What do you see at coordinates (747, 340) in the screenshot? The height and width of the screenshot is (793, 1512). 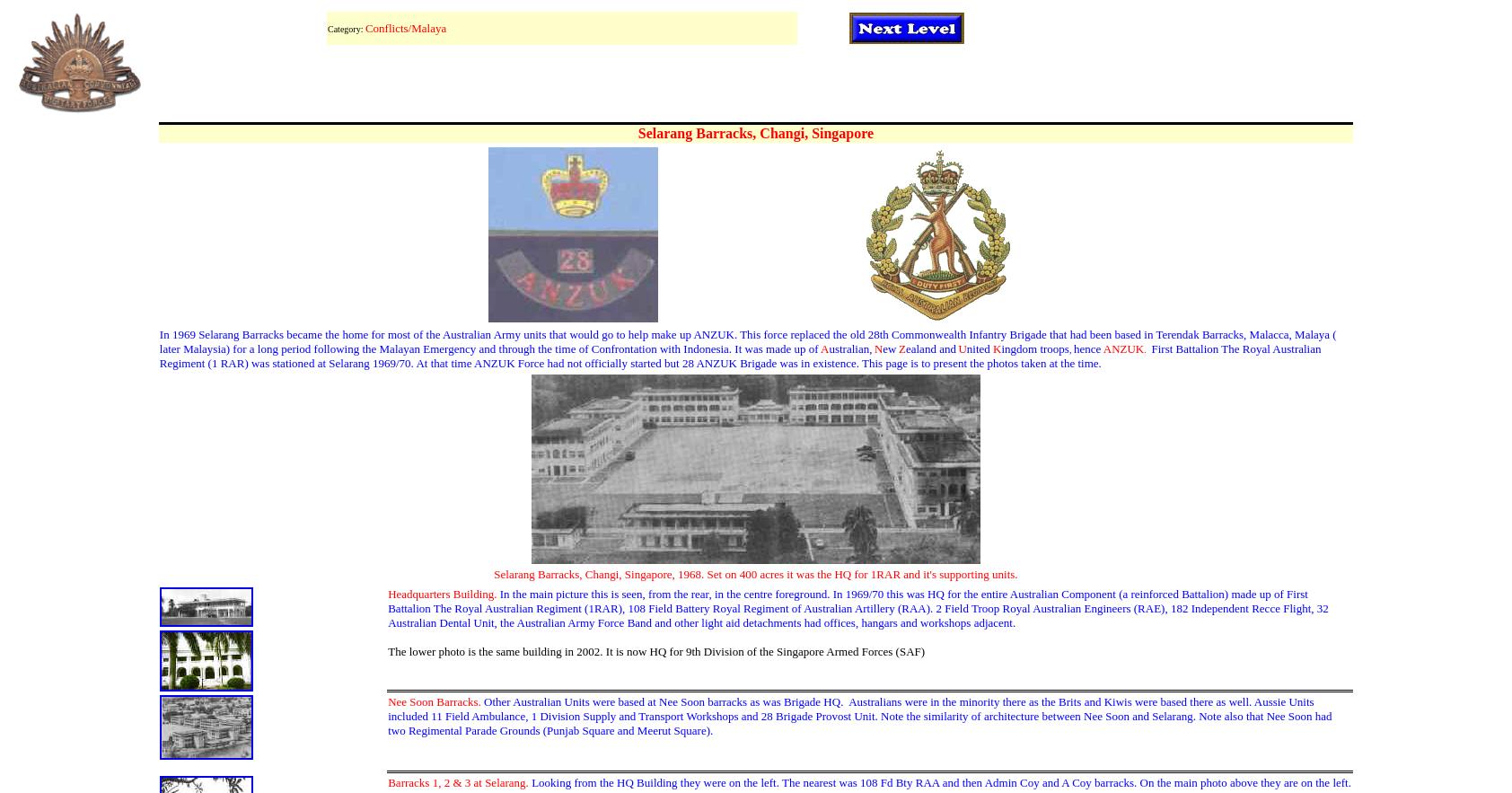 I see `'In 1969 Selarang Barracks
        became the home for most of the Australian Army units that would go to
        help make up ANZUK. This
        force replaced the old 28th Commonwealth Infantry Brigade that had been
        based in Terendak Barracks, Malacca, Malaya ( later Malaysia) for a long
        period following the Malayan Emergency and through the time of Confrontation
        with Indonesia. It was made up of'` at bounding box center [747, 340].